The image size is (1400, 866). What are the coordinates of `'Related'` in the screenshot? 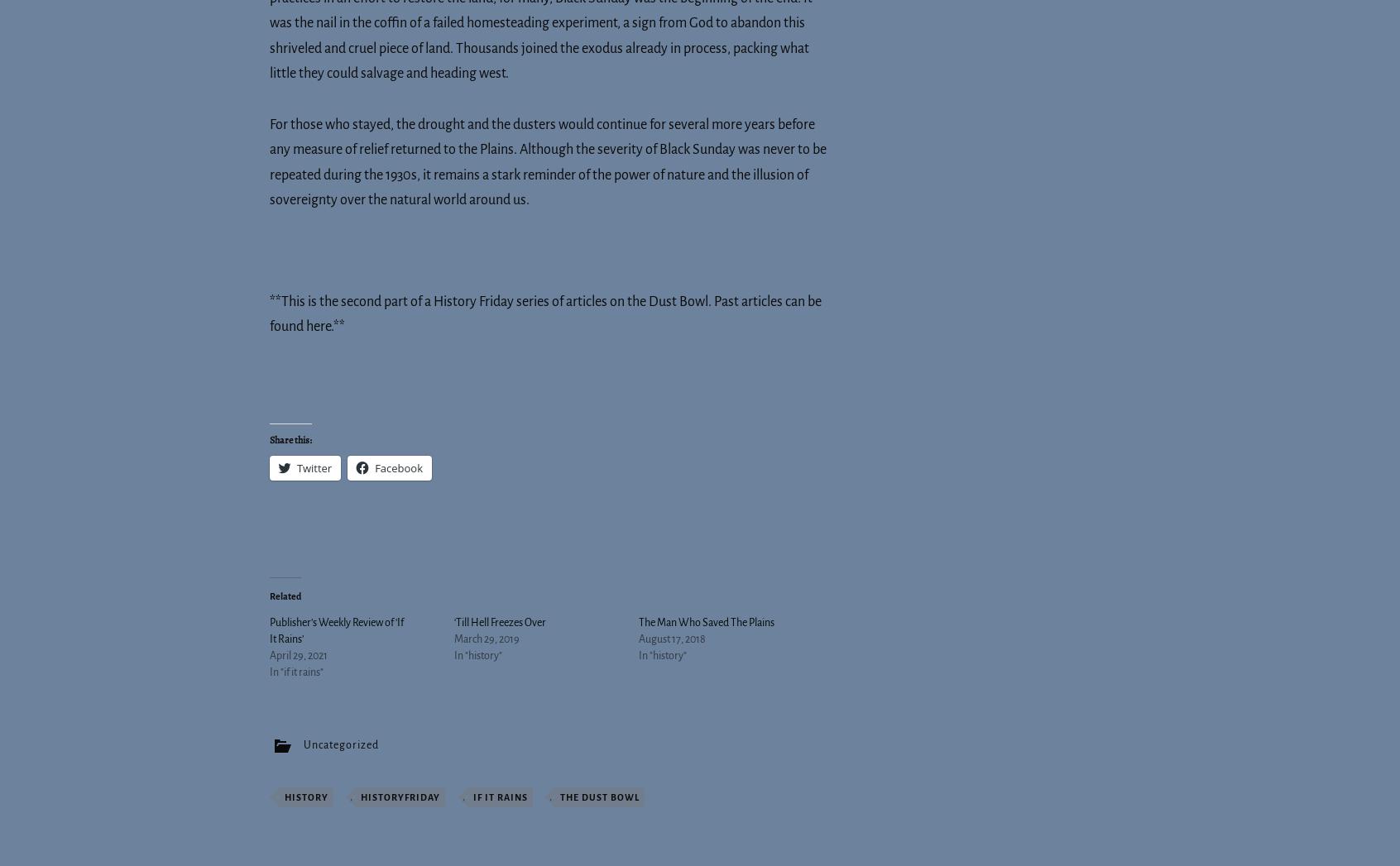 It's located at (284, 596).